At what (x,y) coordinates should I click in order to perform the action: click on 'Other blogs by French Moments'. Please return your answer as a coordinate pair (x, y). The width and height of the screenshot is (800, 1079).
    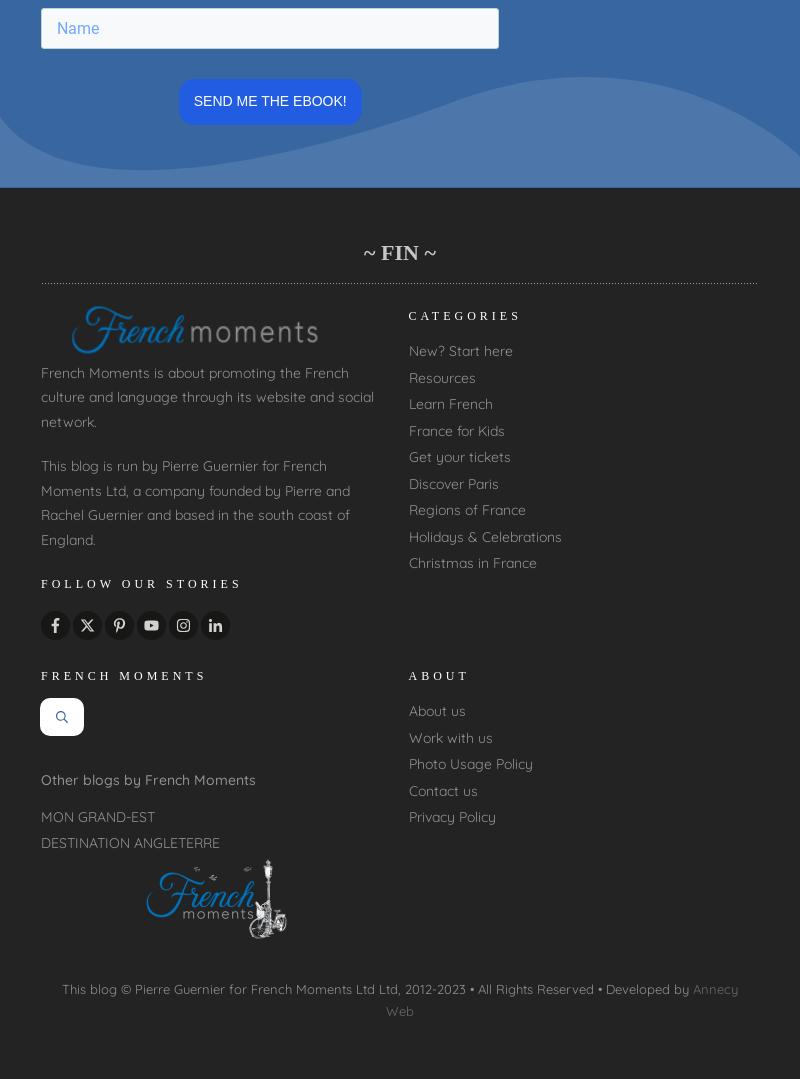
    Looking at the image, I should click on (148, 780).